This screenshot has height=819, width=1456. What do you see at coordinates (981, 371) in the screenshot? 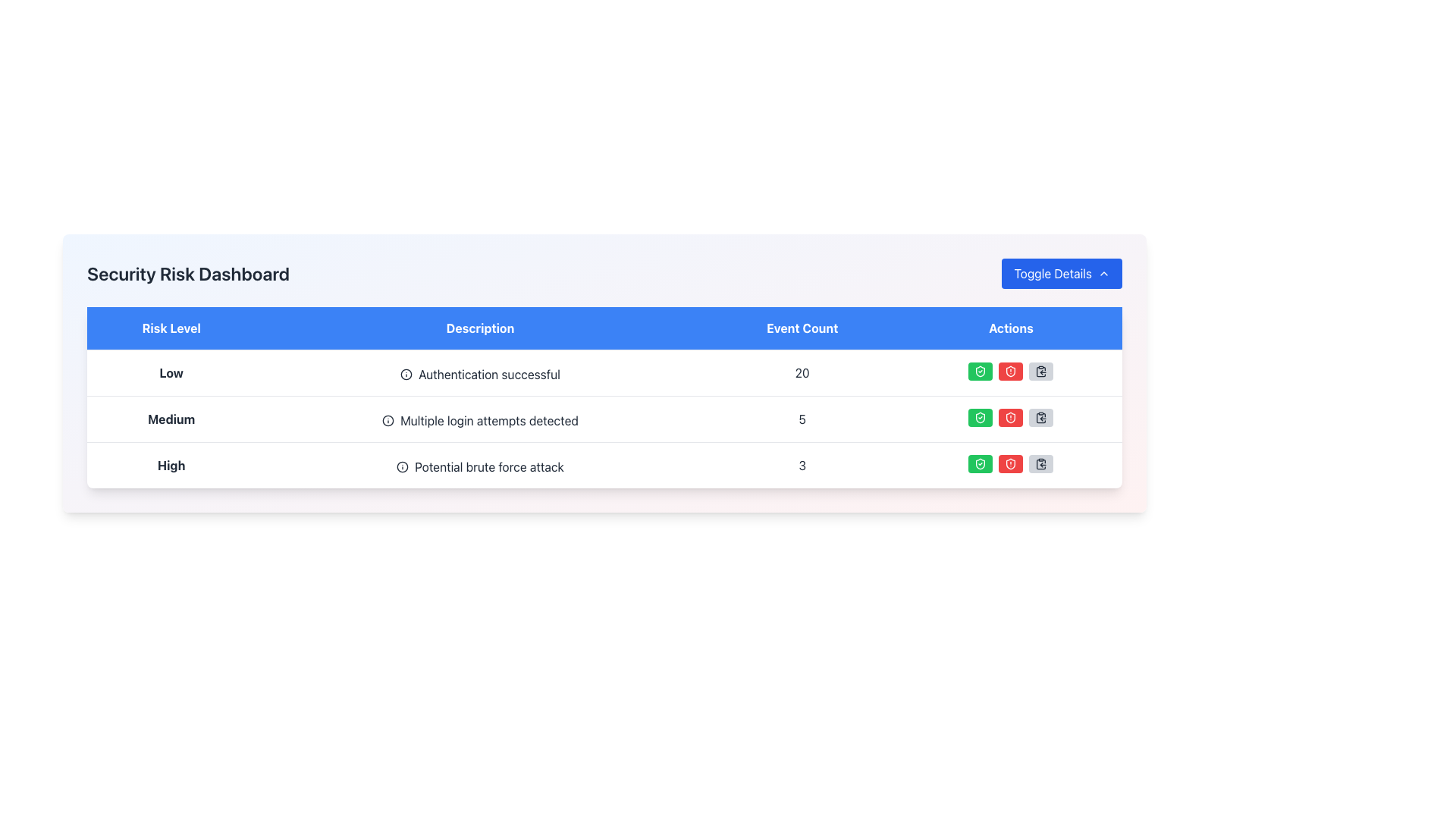
I see `the SVG icon representing a shield with a checkmark inside, which signifies approval for the 'Low Risk Level' entry in the actions column of the table` at bounding box center [981, 371].